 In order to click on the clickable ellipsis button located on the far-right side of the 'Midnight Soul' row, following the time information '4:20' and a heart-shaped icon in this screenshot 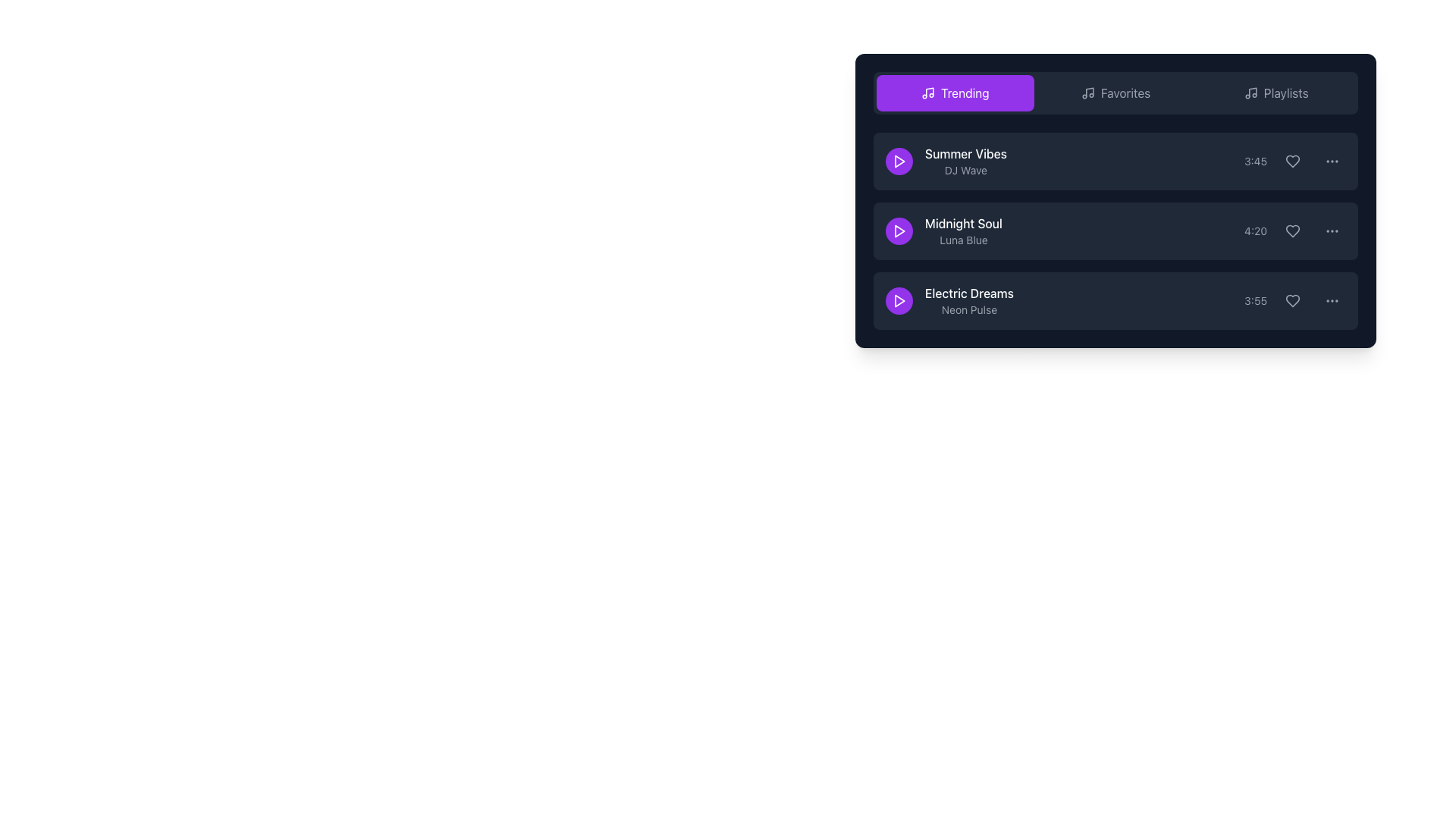, I will do `click(1331, 231)`.